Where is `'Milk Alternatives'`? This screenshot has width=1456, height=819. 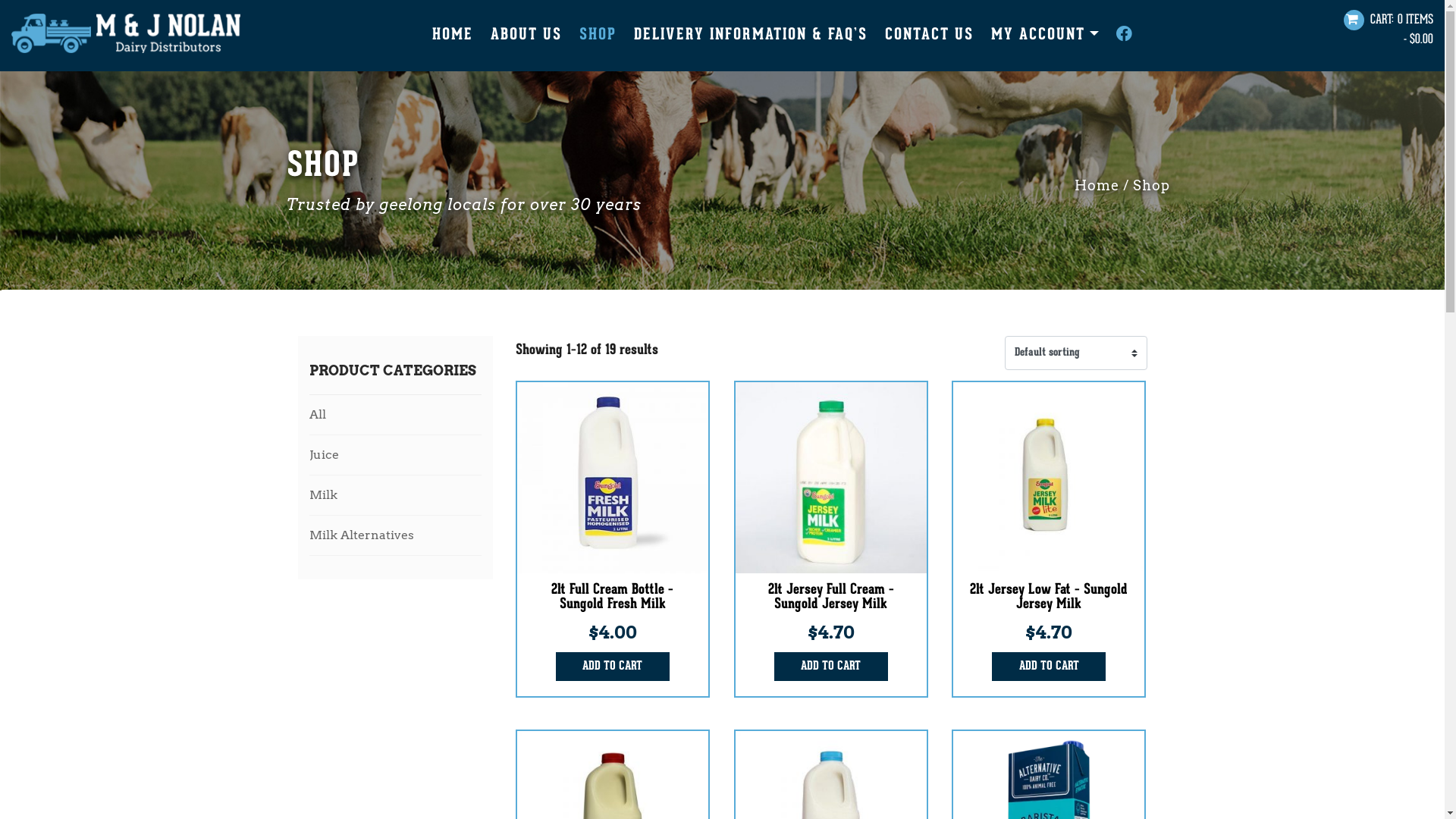 'Milk Alternatives' is located at coordinates (396, 534).